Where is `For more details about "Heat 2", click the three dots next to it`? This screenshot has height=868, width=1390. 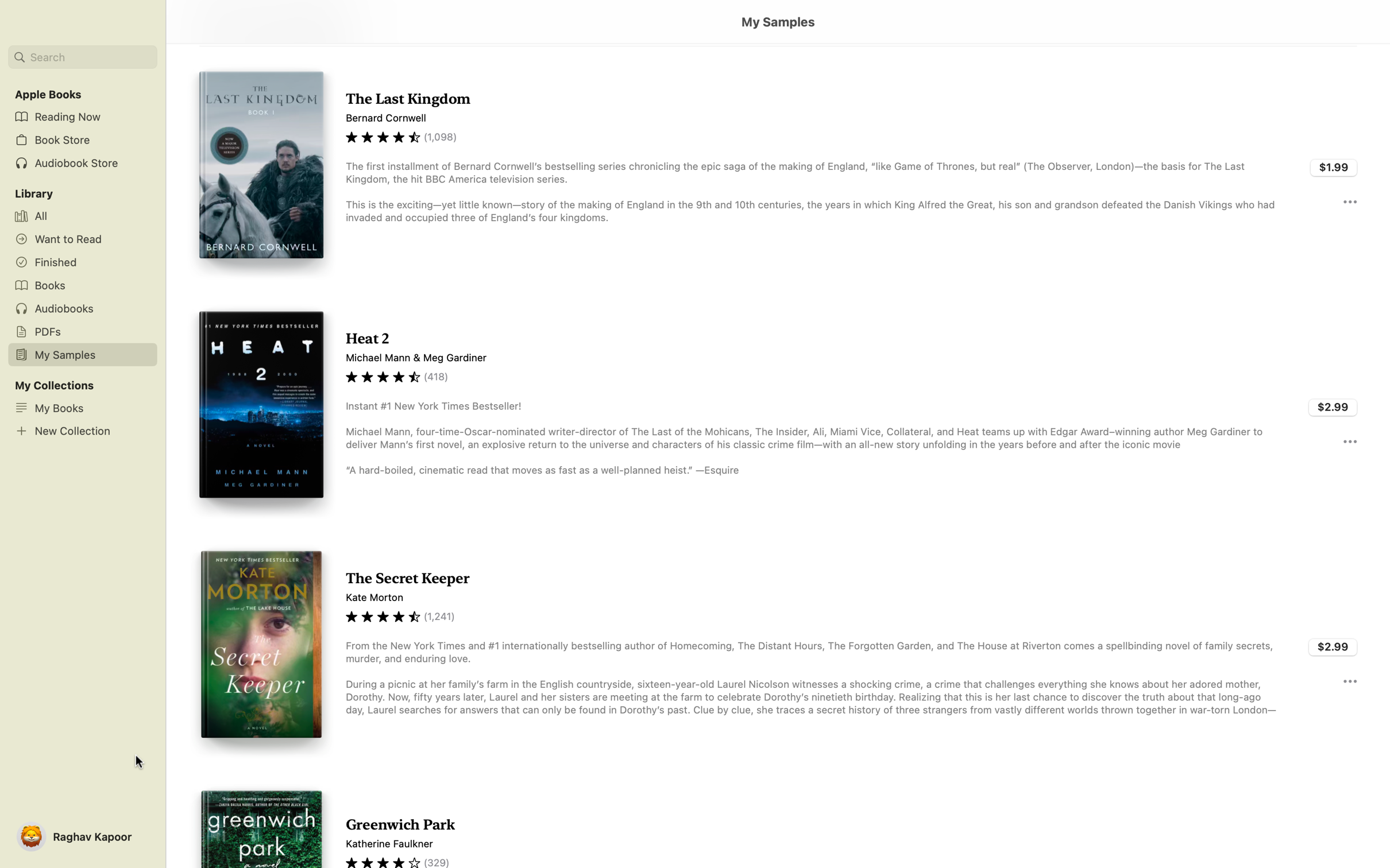 For more details about "Heat 2", click the three dots next to it is located at coordinates (1349, 441).